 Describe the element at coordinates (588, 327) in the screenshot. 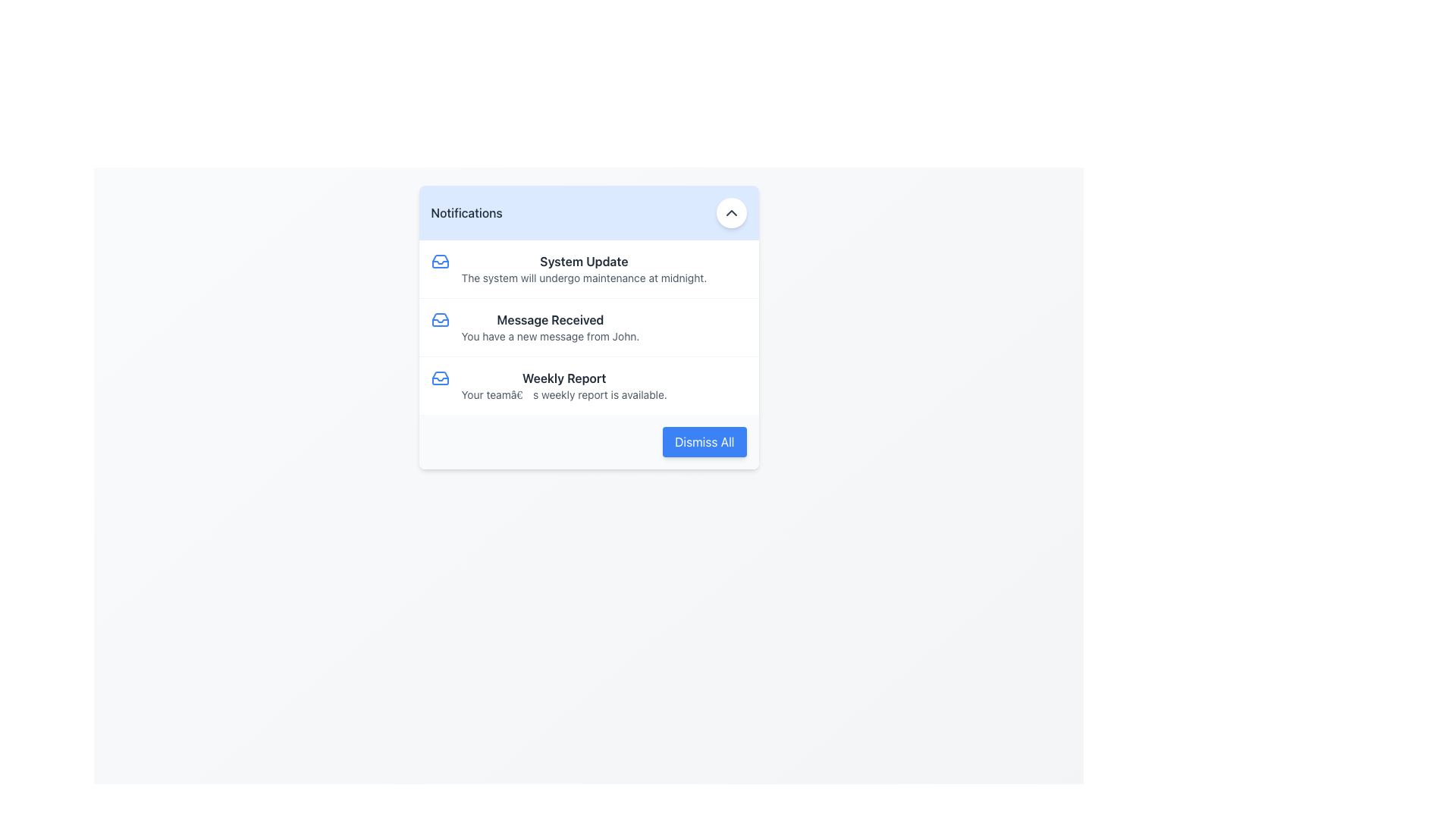

I see `the second notification item in the notifications card` at that location.